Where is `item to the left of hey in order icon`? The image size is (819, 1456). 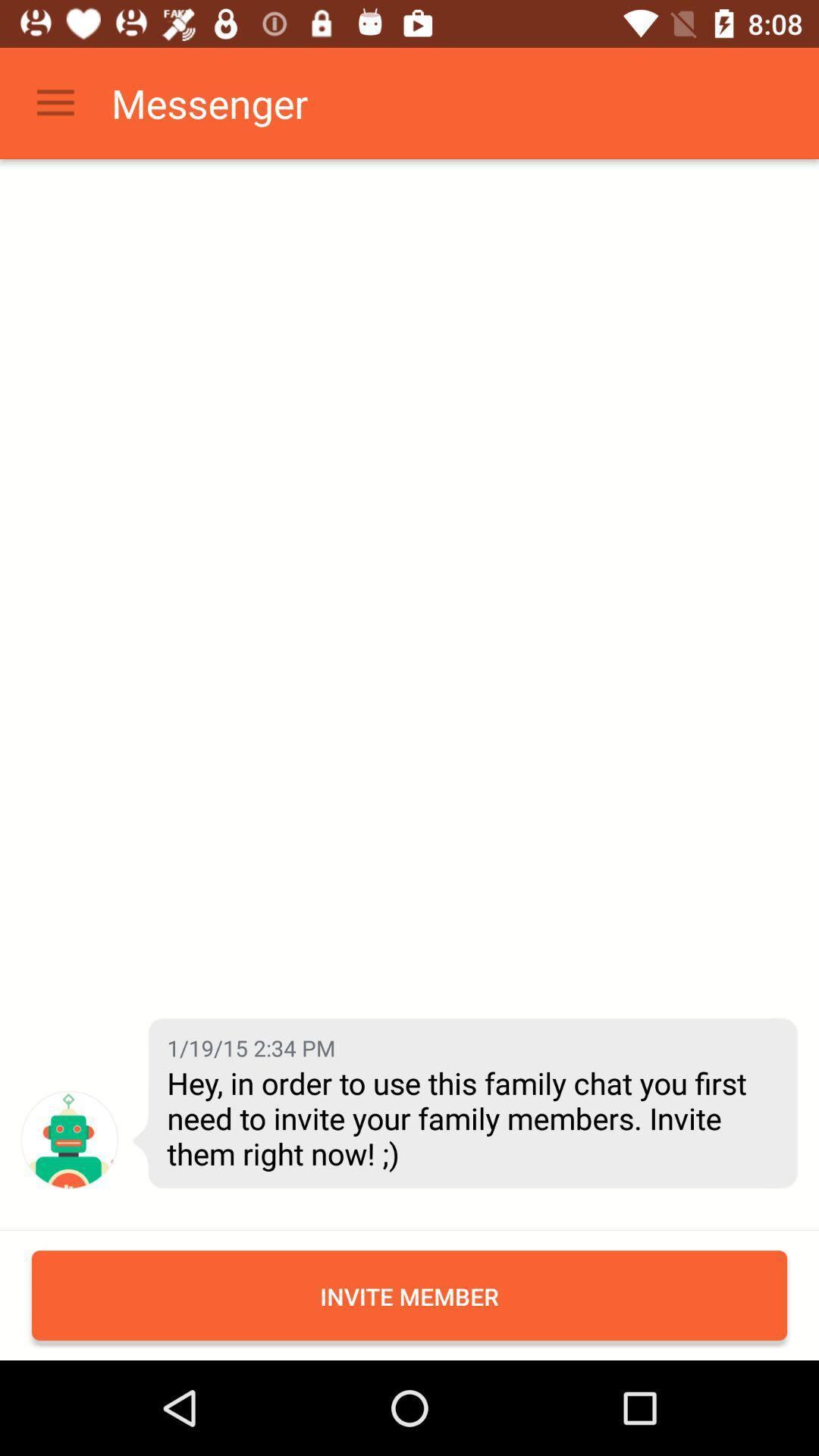
item to the left of hey in order icon is located at coordinates (69, 1140).